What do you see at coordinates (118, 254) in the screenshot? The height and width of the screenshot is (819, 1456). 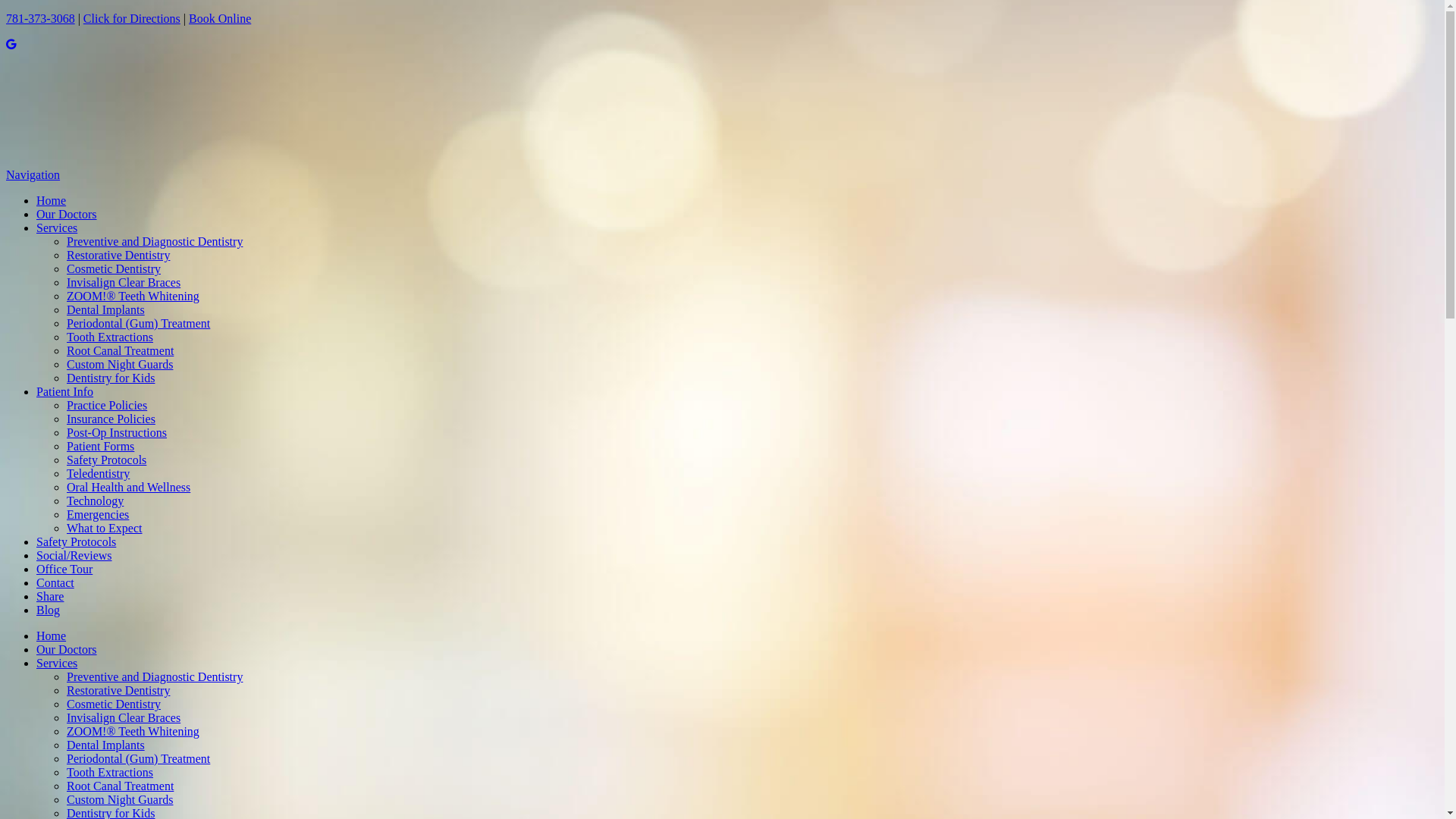 I see `'Restorative Dentistry'` at bounding box center [118, 254].